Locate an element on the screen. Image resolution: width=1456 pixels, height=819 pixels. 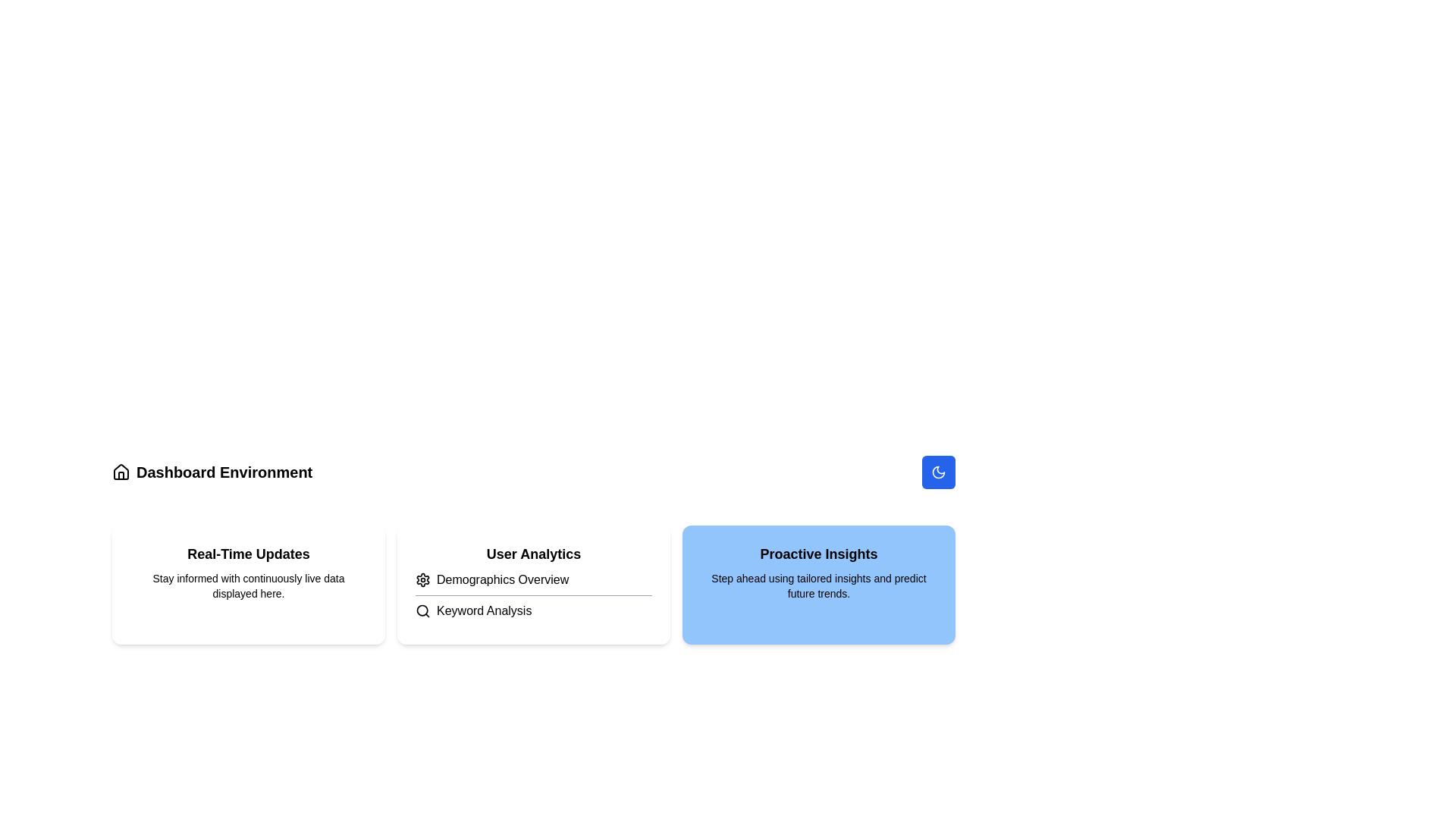
the settings icon located in the top-right section of the 'User Analytics' card is located at coordinates (422, 579).